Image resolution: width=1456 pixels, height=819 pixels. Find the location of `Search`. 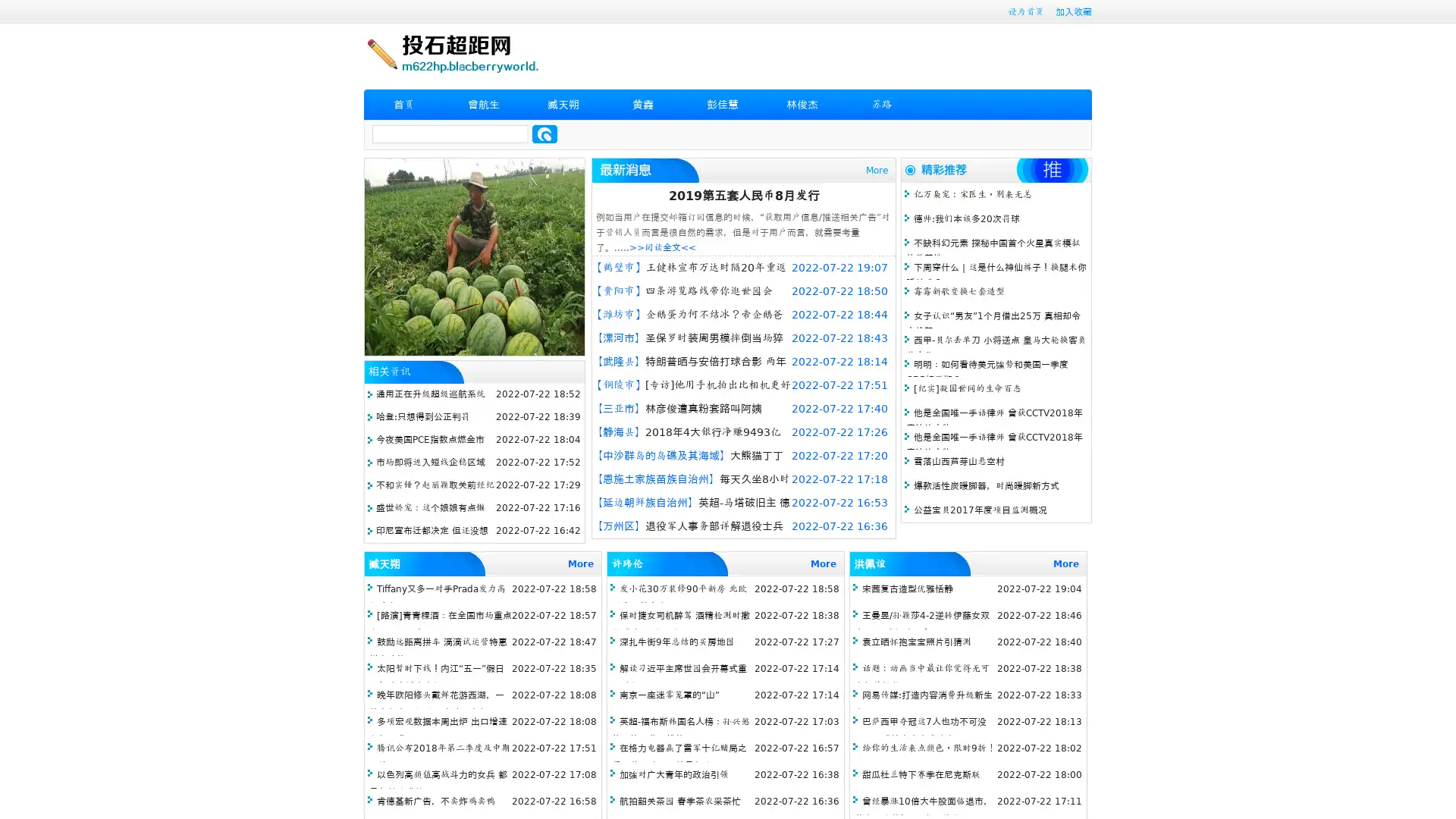

Search is located at coordinates (544, 133).